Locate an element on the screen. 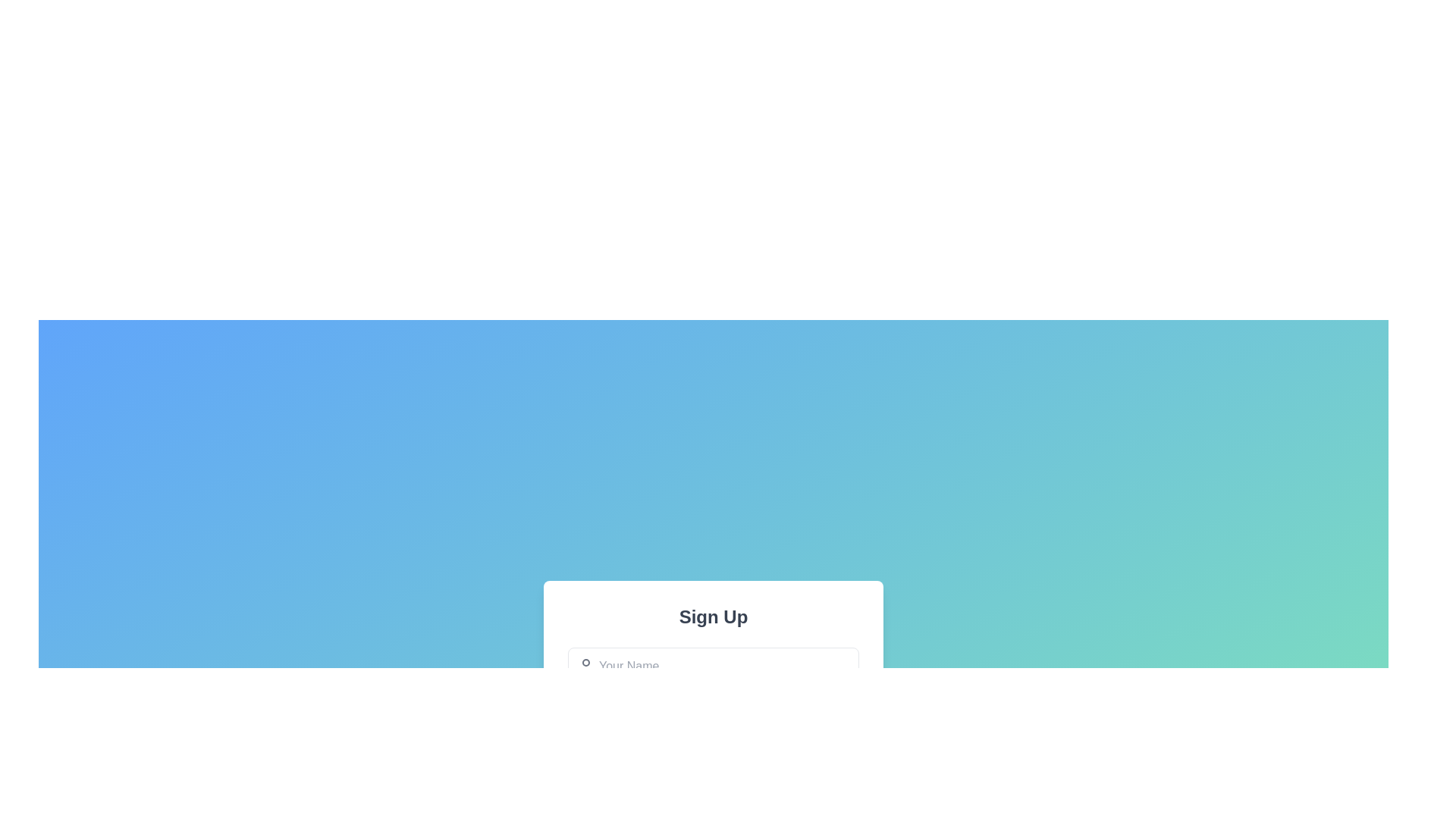 The height and width of the screenshot is (819, 1456). the decorative icon associated with the user profile input field, which is positioned to the far left of the 'Your Name' text box is located at coordinates (585, 666).